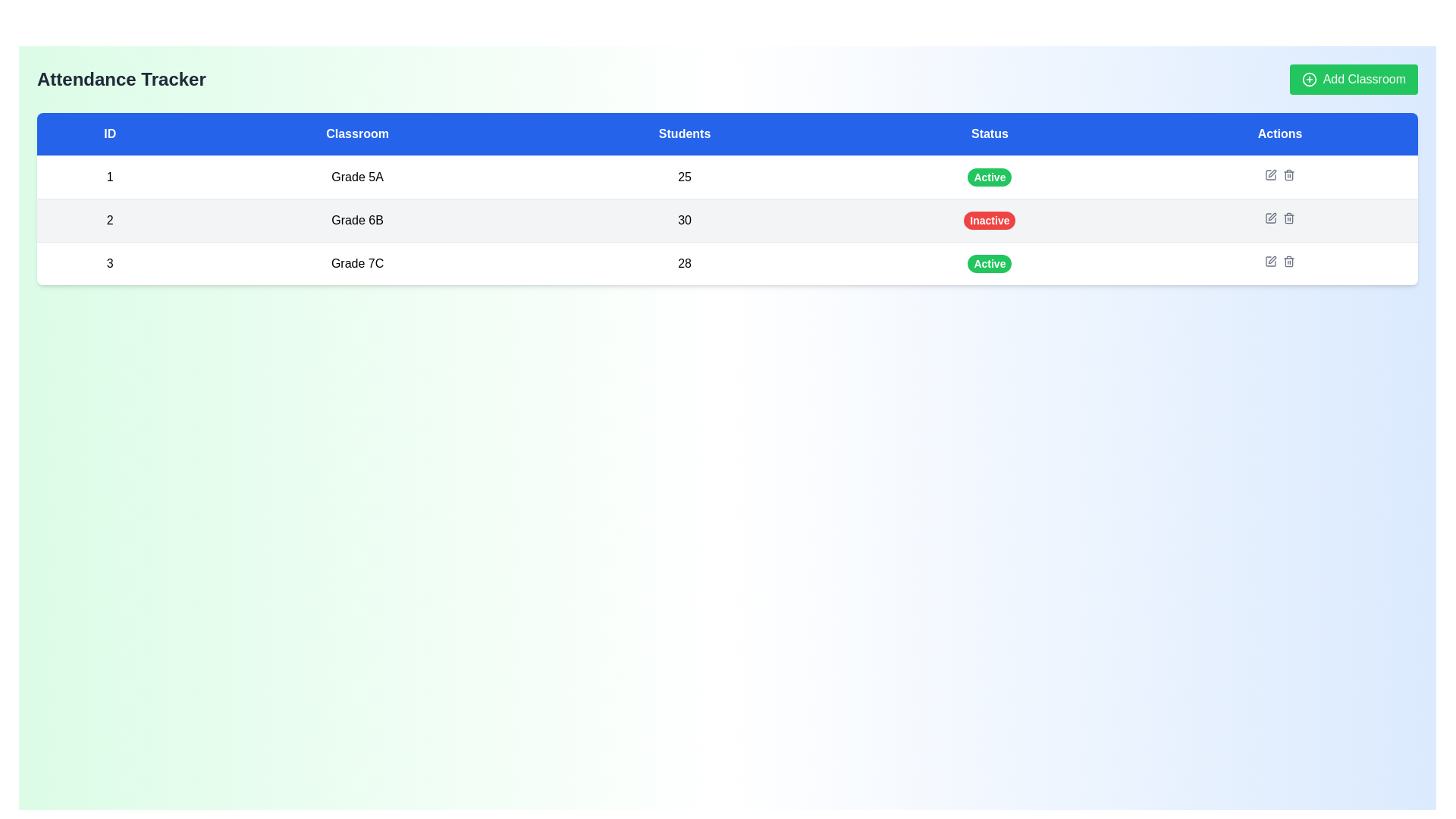 The image size is (1456, 819). What do you see at coordinates (356, 220) in the screenshot?
I see `the Text label displaying the classroom identifier located in the second row of the table under the 'Classroom' column` at bounding box center [356, 220].